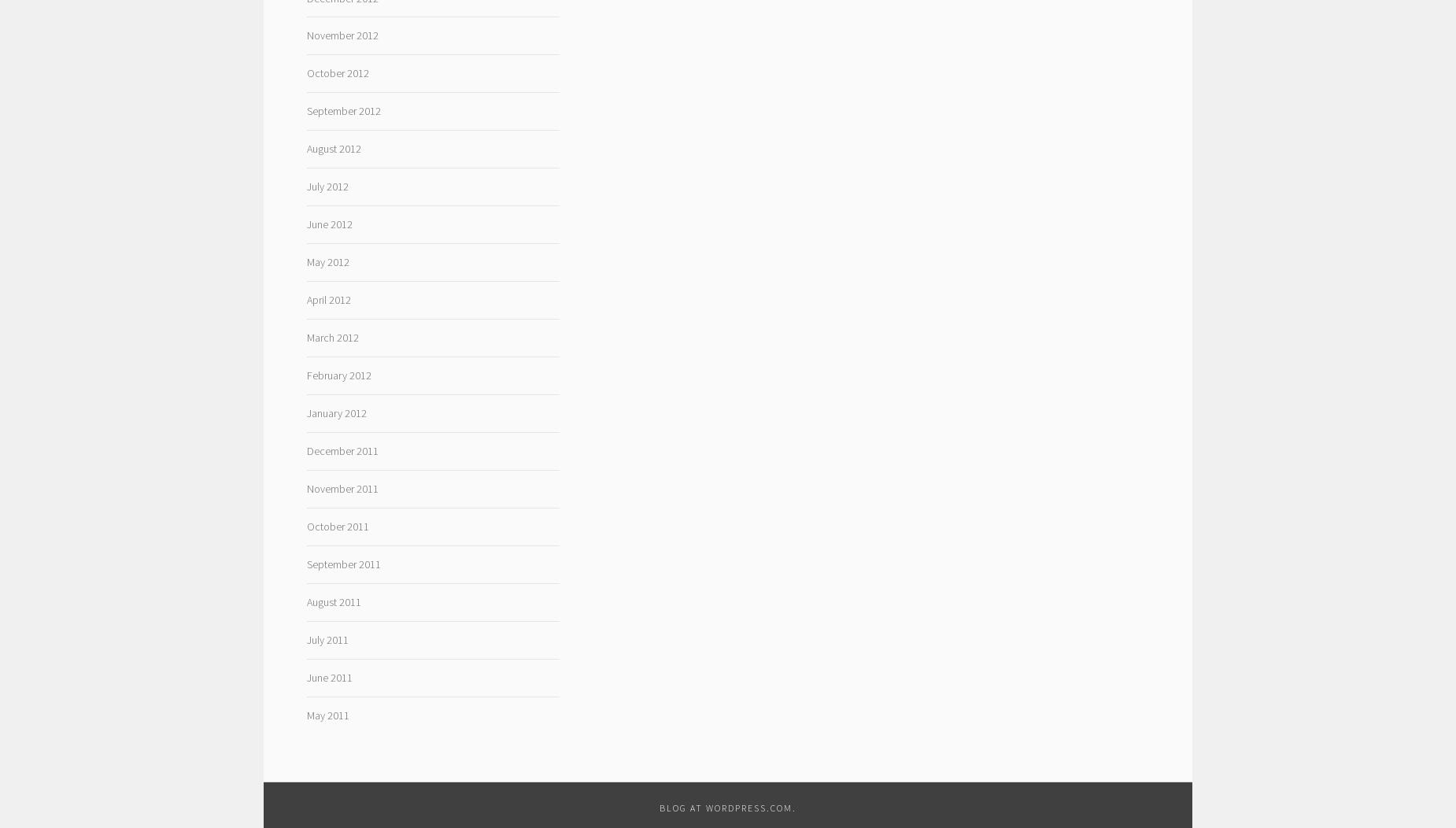 Image resolution: width=1456 pixels, height=828 pixels. Describe the element at coordinates (327, 261) in the screenshot. I see `'May 2012'` at that location.